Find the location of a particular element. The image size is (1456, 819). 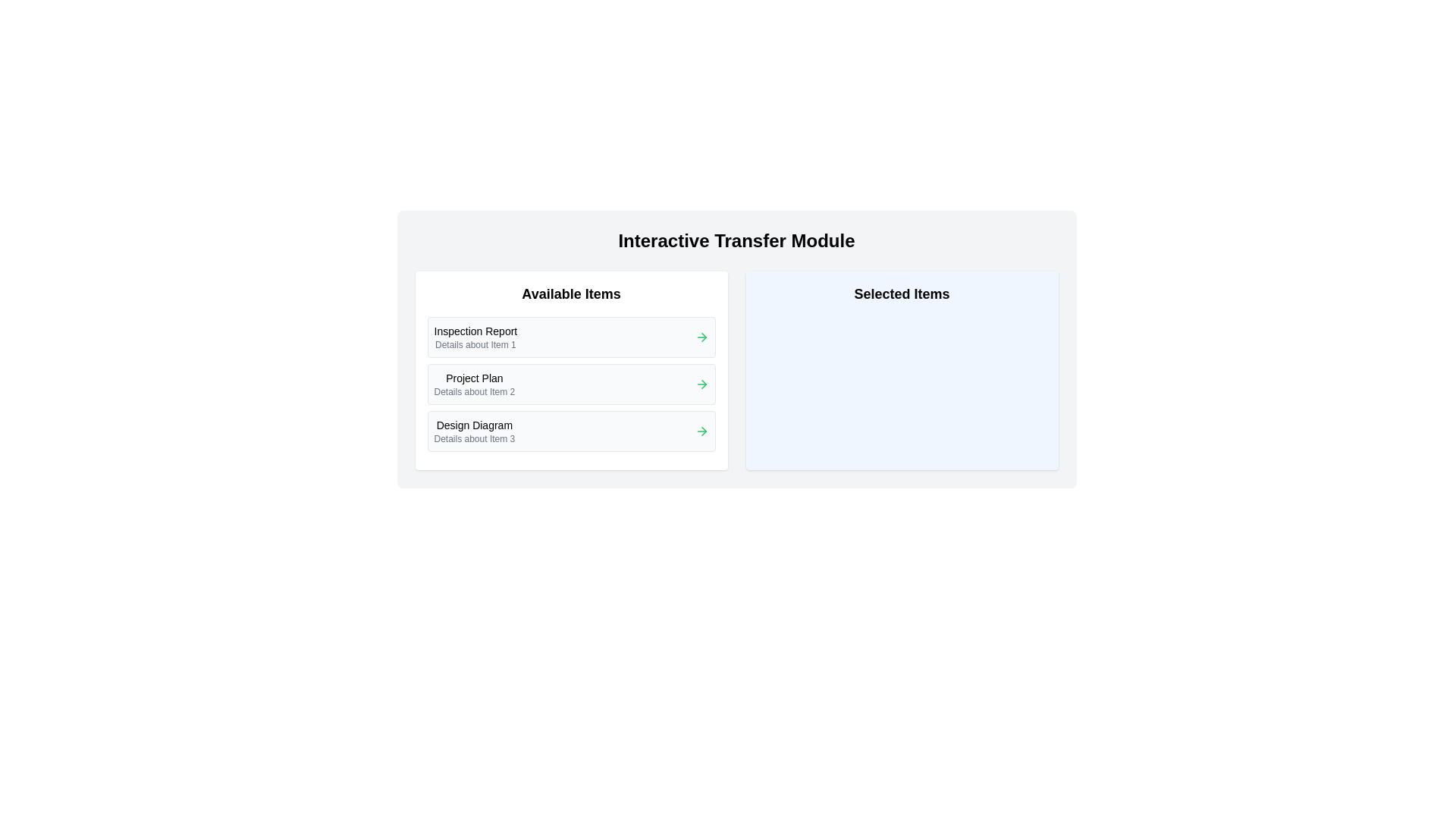

the Label with subtitle containing 'Project Plan' and 'Details about Item 2' in the second row of the 'Available Items' list is located at coordinates (473, 383).